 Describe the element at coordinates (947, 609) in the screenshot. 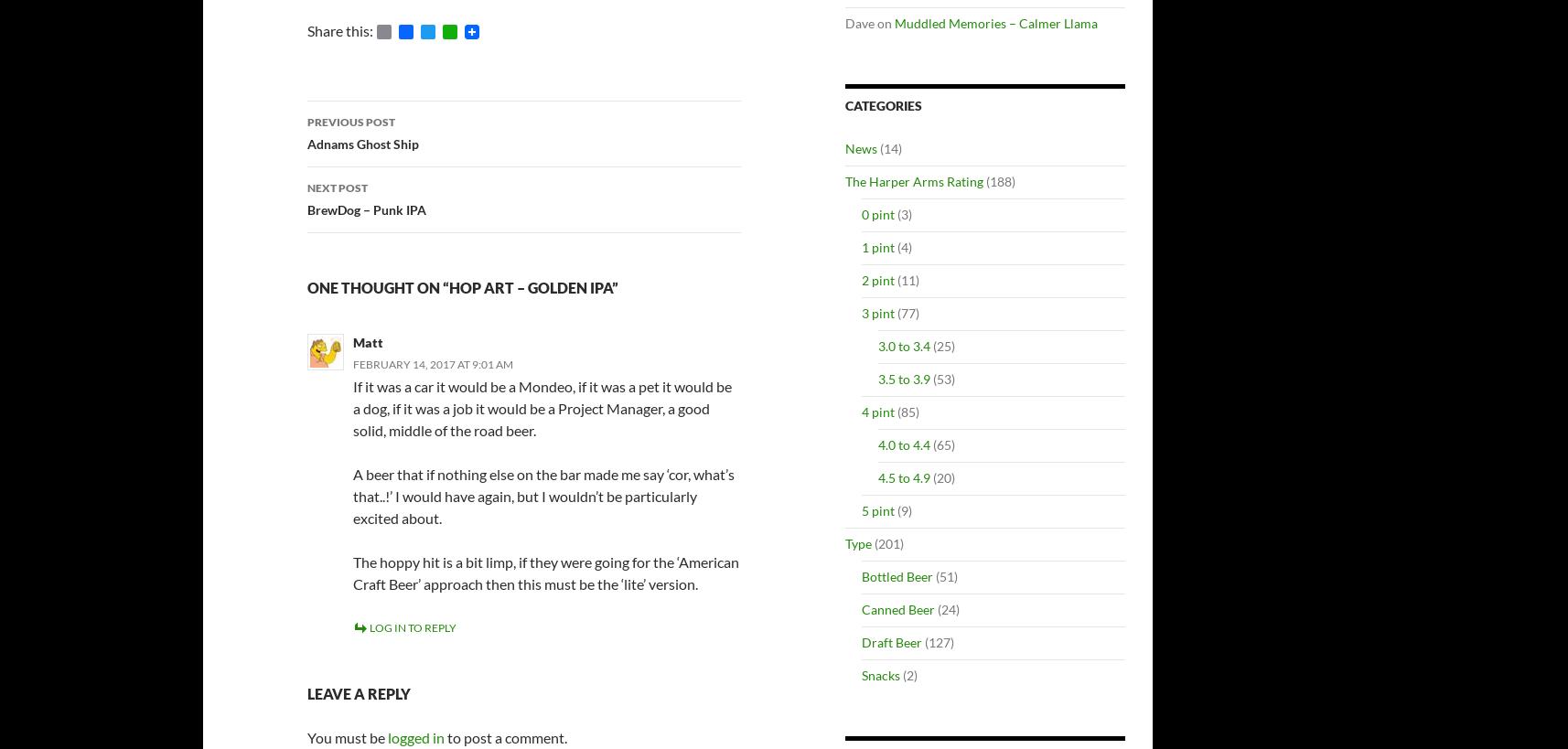

I see `'(24)'` at that location.